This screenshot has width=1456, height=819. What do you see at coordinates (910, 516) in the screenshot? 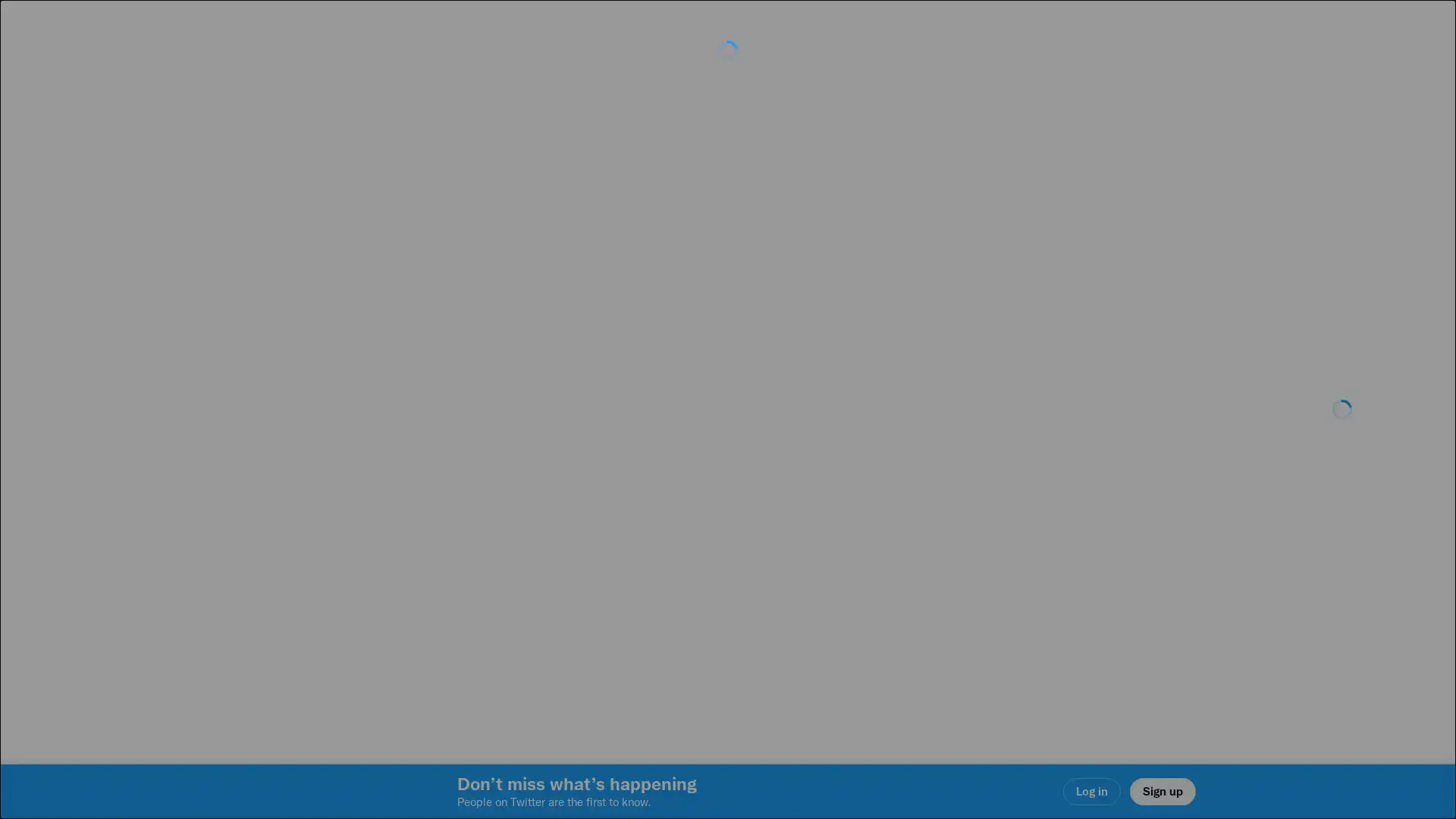
I see `Log in` at bounding box center [910, 516].